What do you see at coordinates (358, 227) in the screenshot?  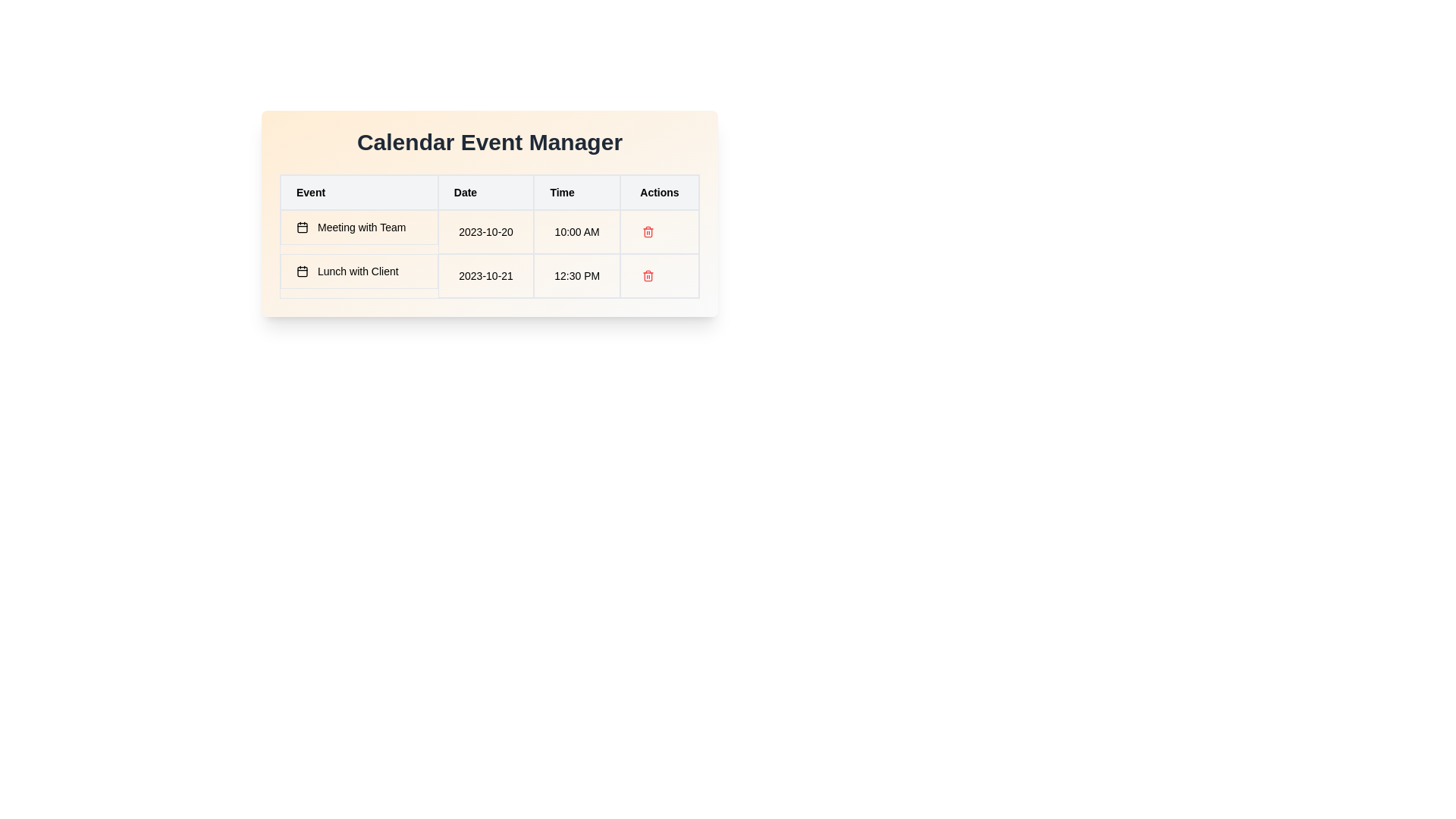 I see `the Text label displaying 'Meeting with Team' located in the first row of the table under the 'Event' column` at bounding box center [358, 227].